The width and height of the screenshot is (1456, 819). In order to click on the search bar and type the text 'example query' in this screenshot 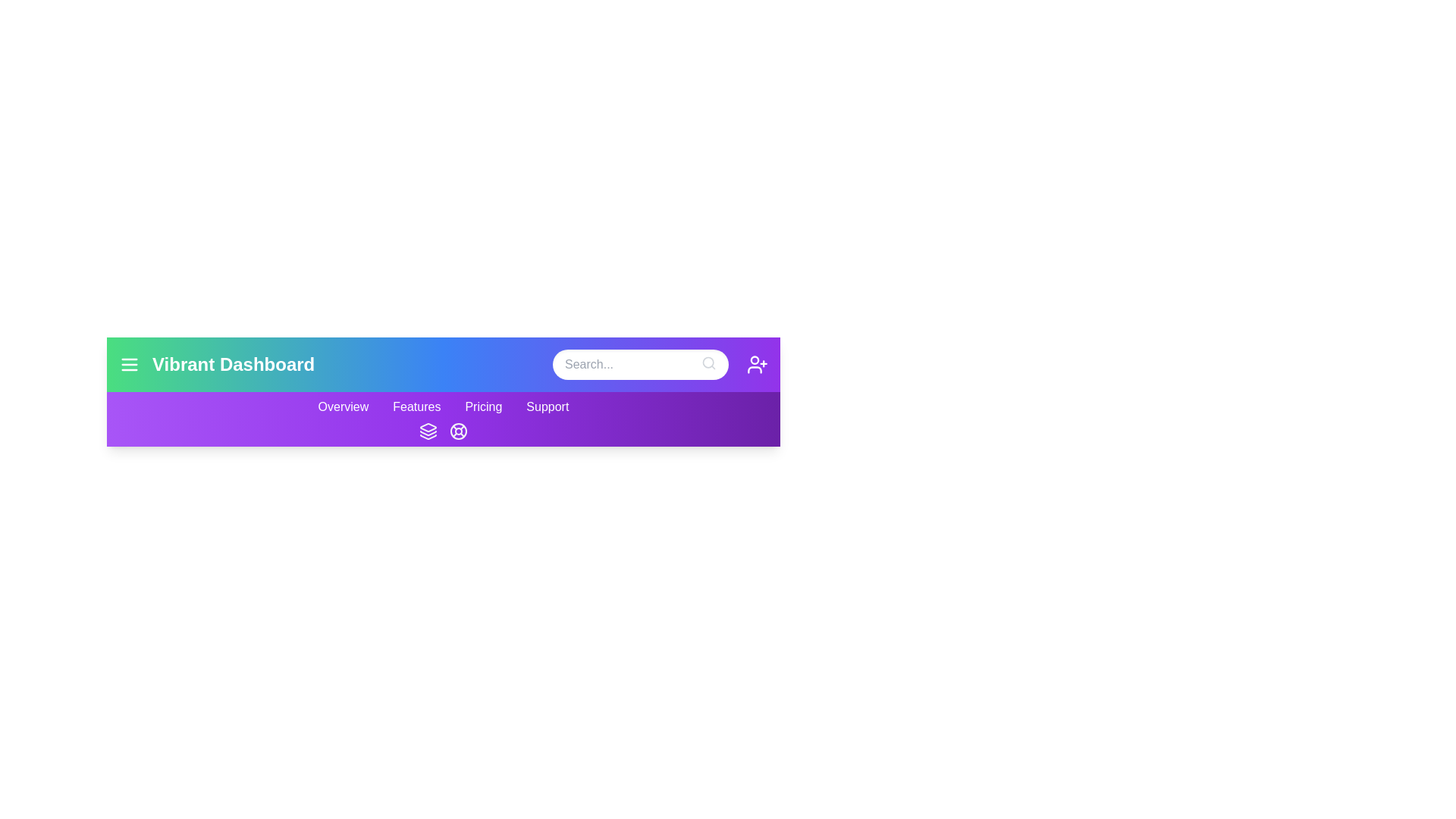, I will do `click(640, 365)`.